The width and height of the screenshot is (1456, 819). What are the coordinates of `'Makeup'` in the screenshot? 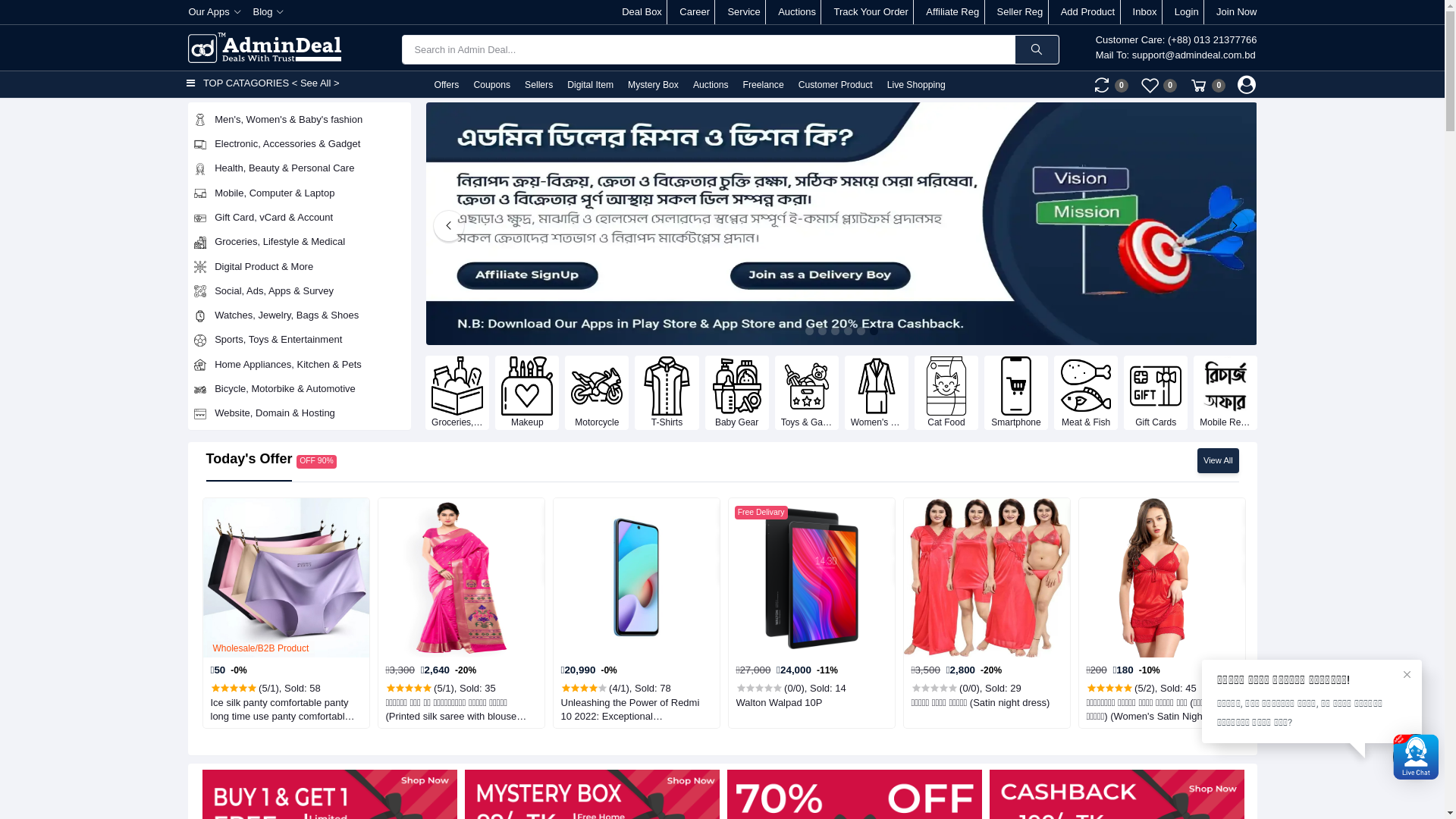 It's located at (527, 391).